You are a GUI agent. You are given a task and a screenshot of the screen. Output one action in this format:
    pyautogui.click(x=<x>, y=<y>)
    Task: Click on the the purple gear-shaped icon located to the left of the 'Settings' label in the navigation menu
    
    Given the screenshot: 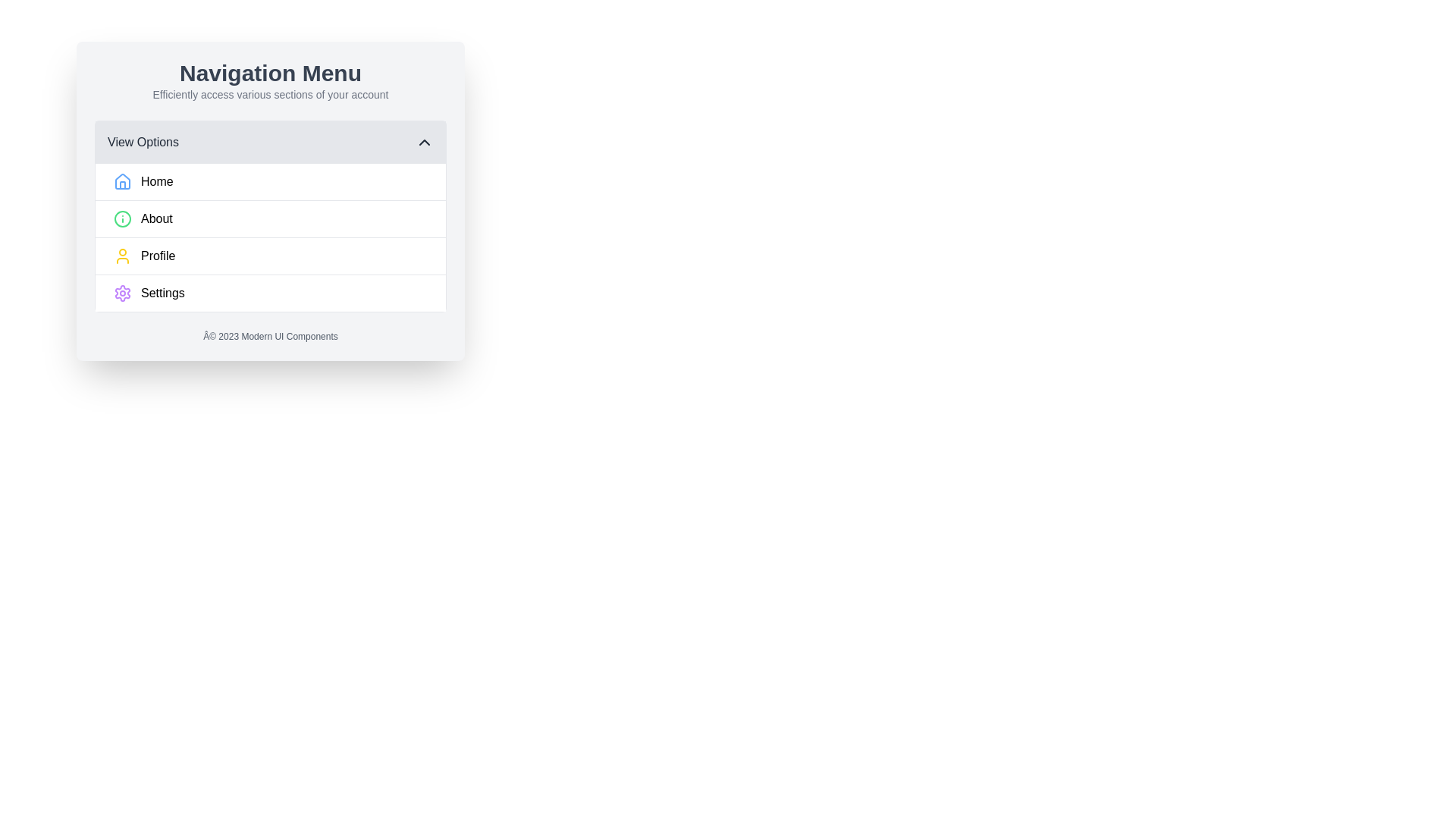 What is the action you would take?
    pyautogui.click(x=123, y=293)
    